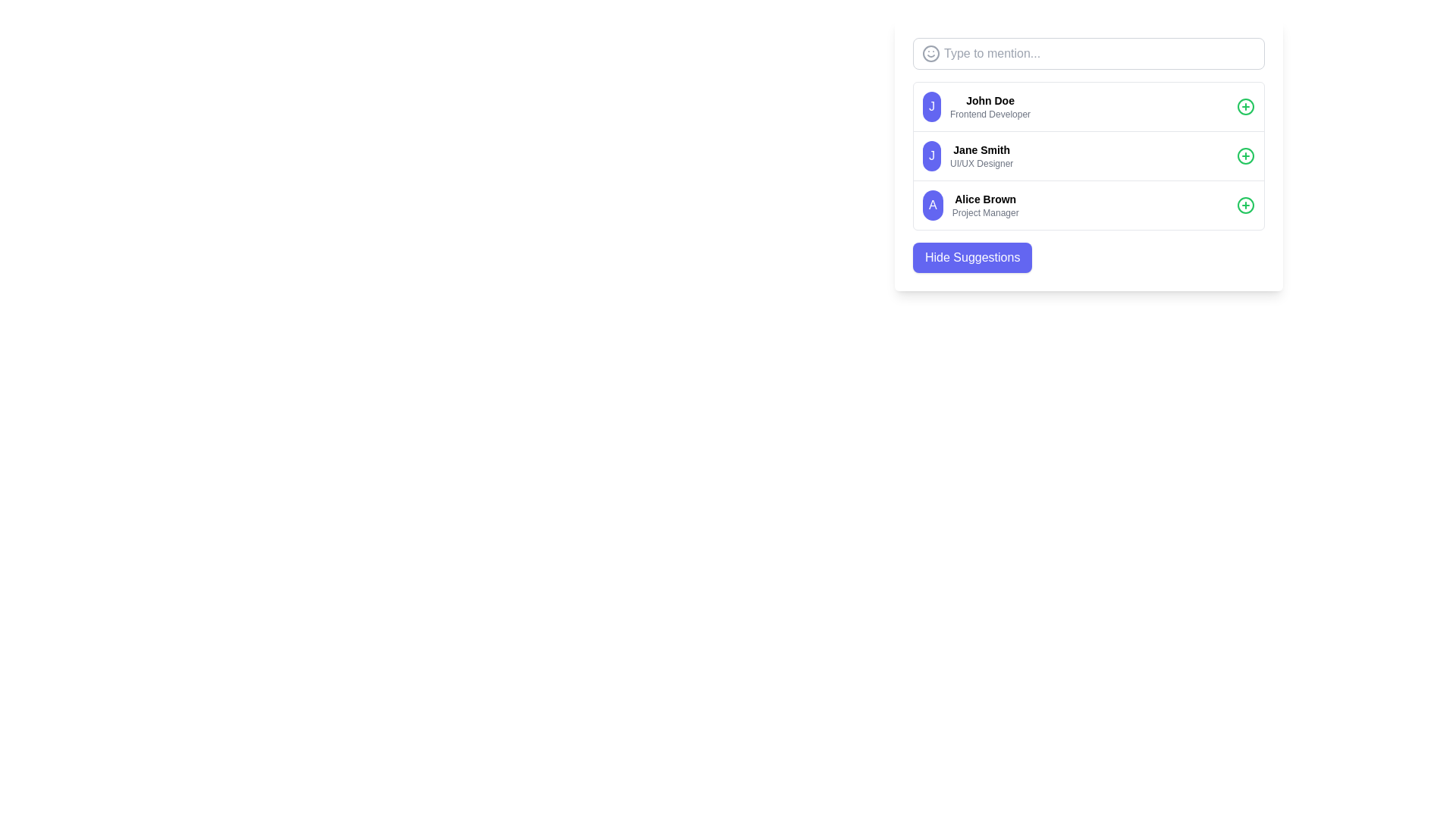  Describe the element at coordinates (985, 205) in the screenshot. I see `the third user card in the dropdown suggestion list displaying the name and role of a user` at that location.